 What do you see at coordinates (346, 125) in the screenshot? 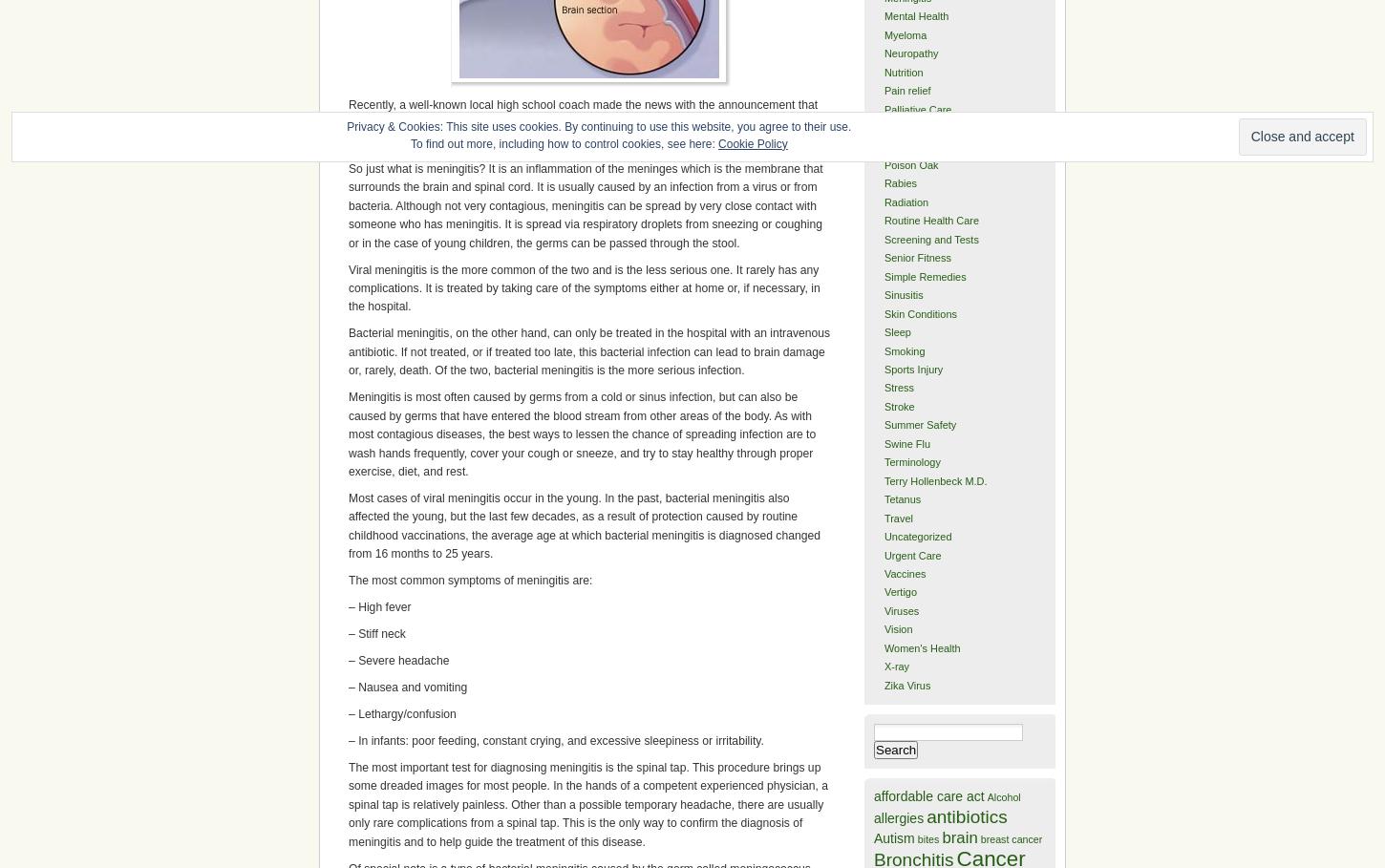
I see `'Privacy & Cookies: This site uses cookies. By continuing to use this website, you agree to their use.'` at bounding box center [346, 125].